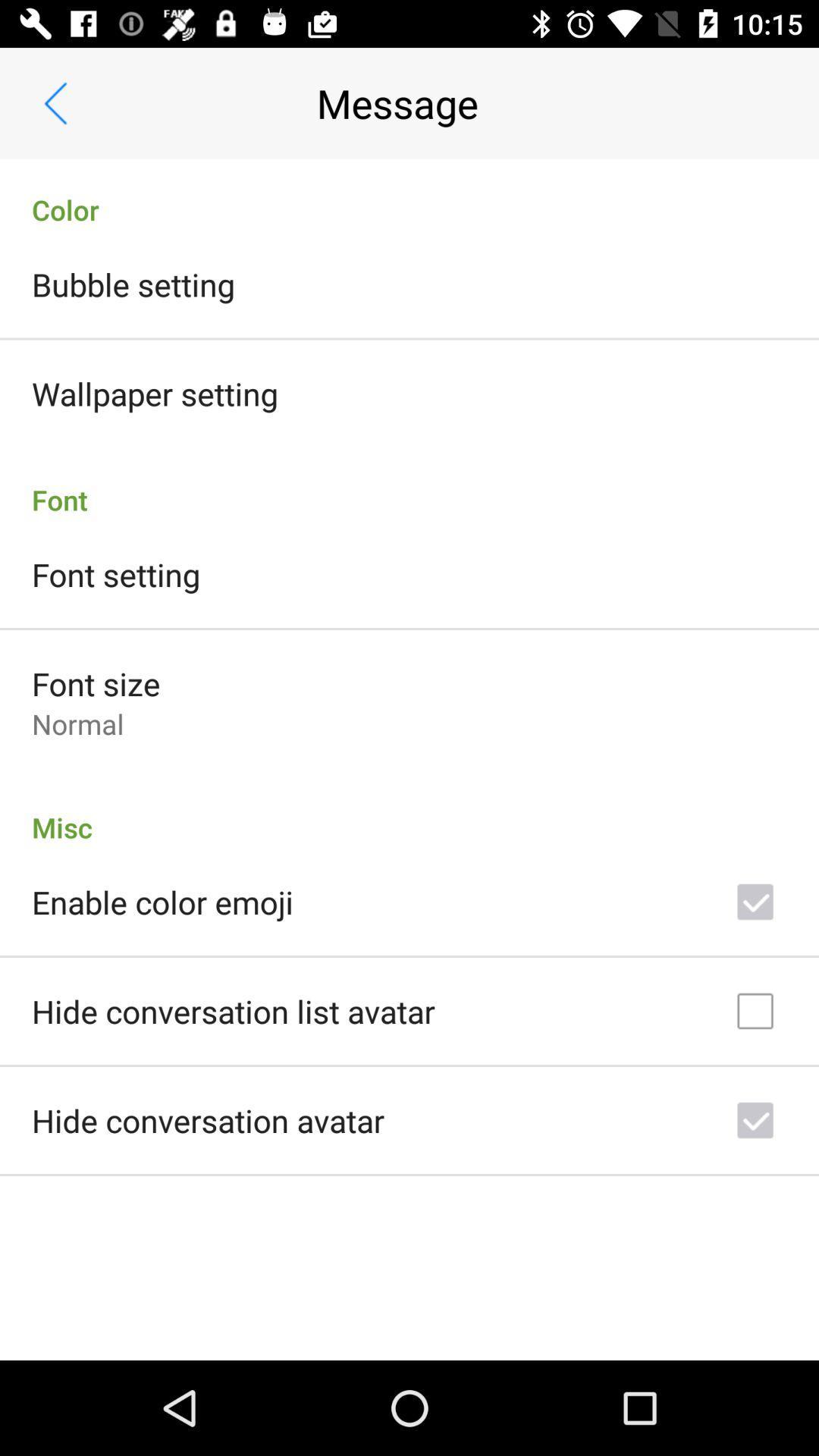  What do you see at coordinates (77, 723) in the screenshot?
I see `normal icon` at bounding box center [77, 723].